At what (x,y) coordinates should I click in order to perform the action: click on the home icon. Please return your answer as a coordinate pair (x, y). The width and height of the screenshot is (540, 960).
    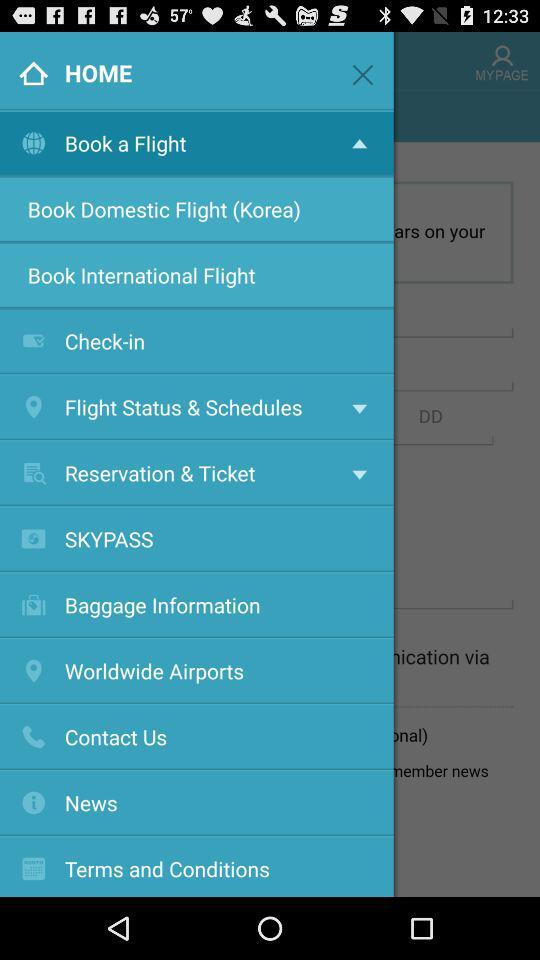
    Looking at the image, I should click on (27, 64).